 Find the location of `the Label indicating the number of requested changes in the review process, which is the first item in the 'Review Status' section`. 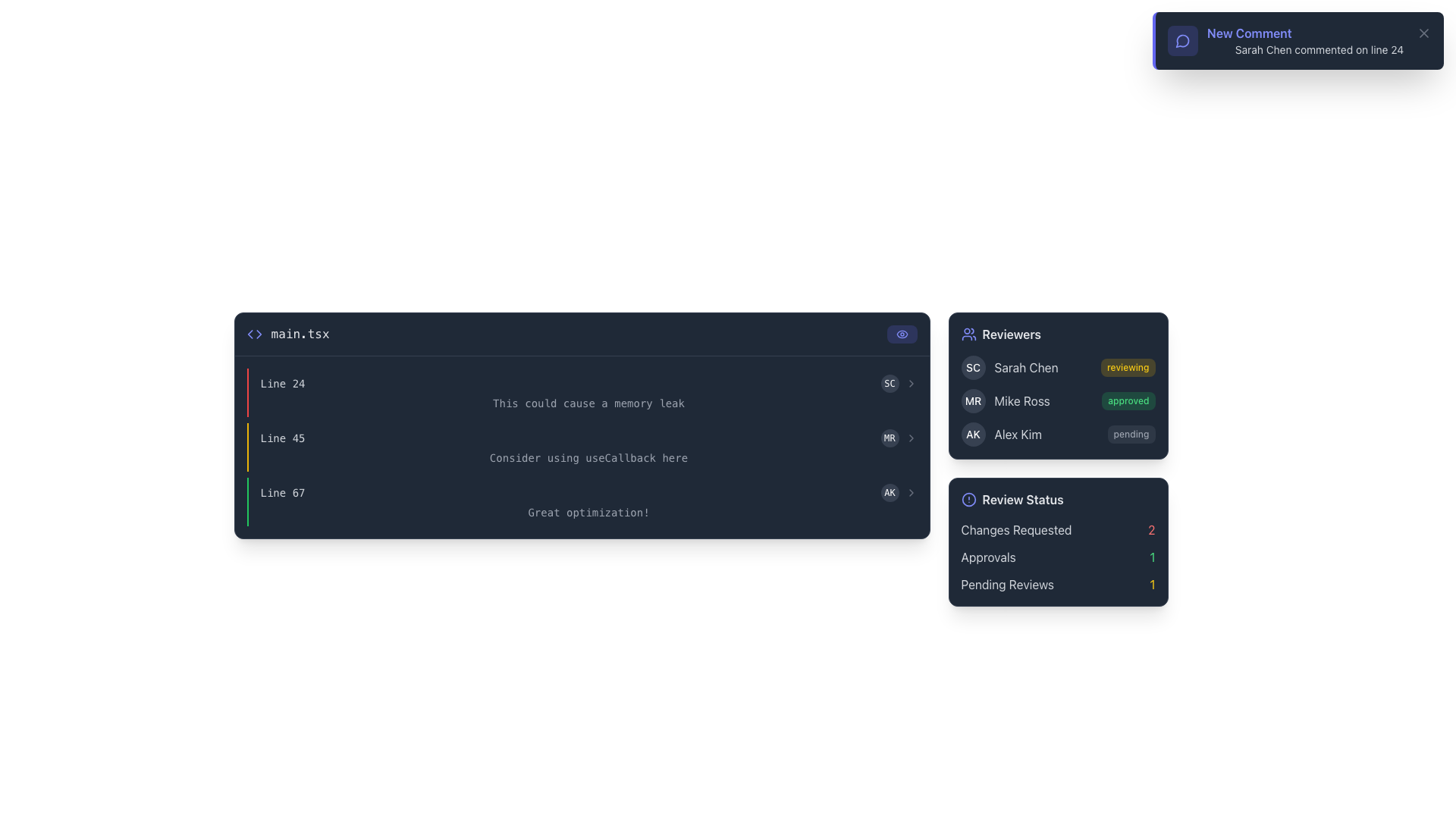

the Label indicating the number of requested changes in the review process, which is the first item in the 'Review Status' section is located at coordinates (1057, 529).